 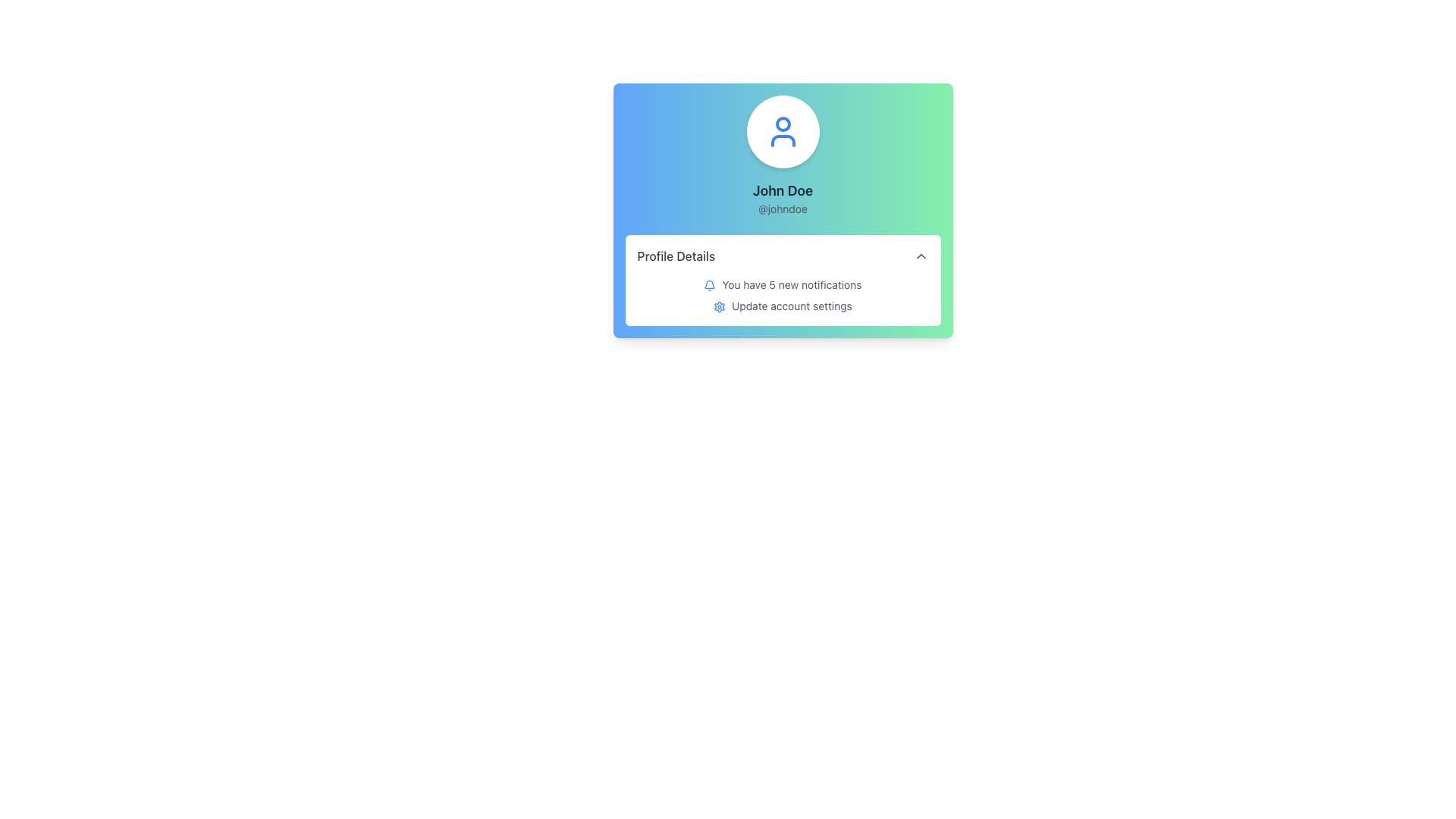 I want to click on the notification icon located in the 'Profile Details' section, so click(x=709, y=284).